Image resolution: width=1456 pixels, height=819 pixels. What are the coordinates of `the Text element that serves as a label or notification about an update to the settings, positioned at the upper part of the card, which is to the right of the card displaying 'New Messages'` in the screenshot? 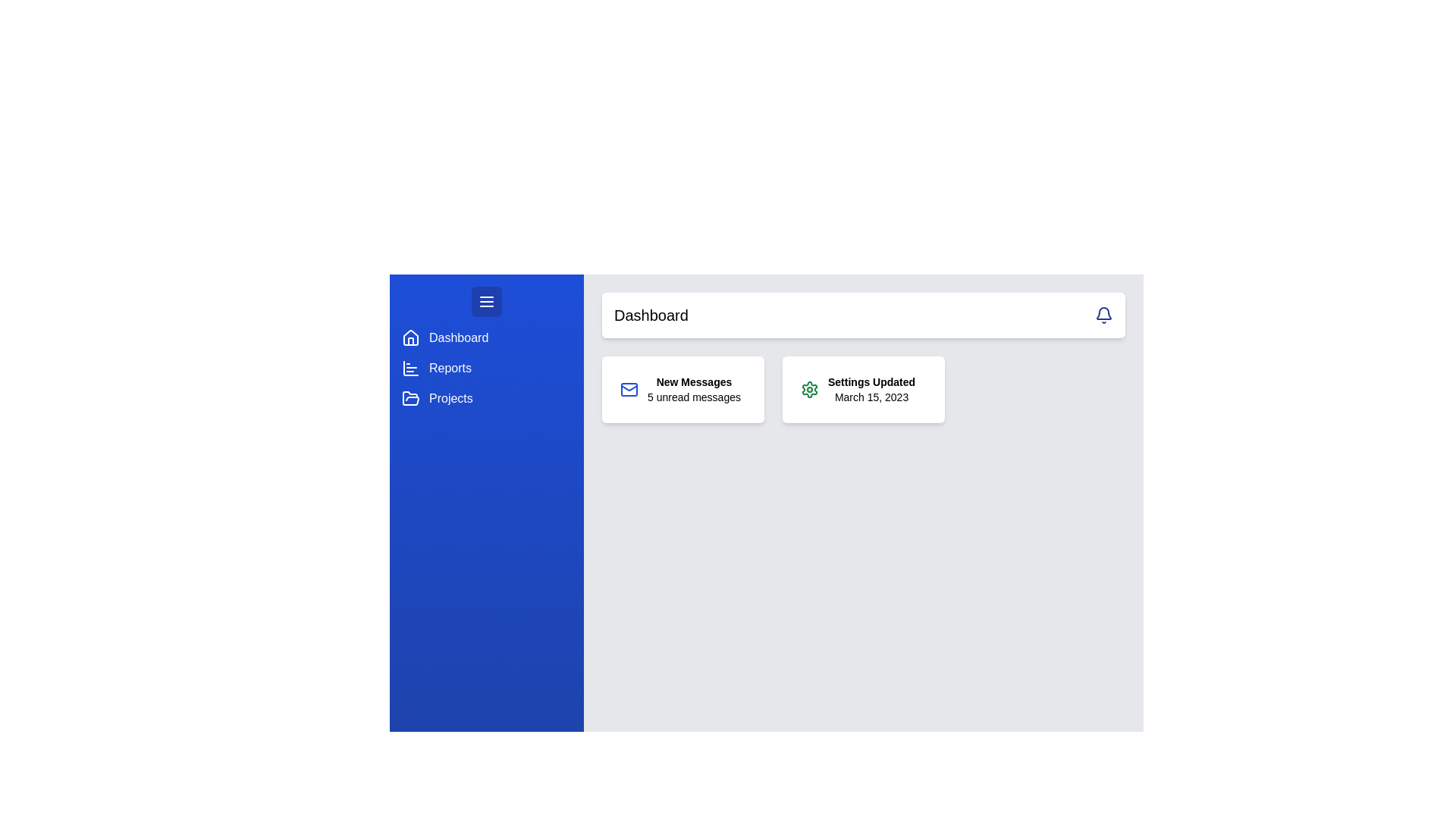 It's located at (871, 381).